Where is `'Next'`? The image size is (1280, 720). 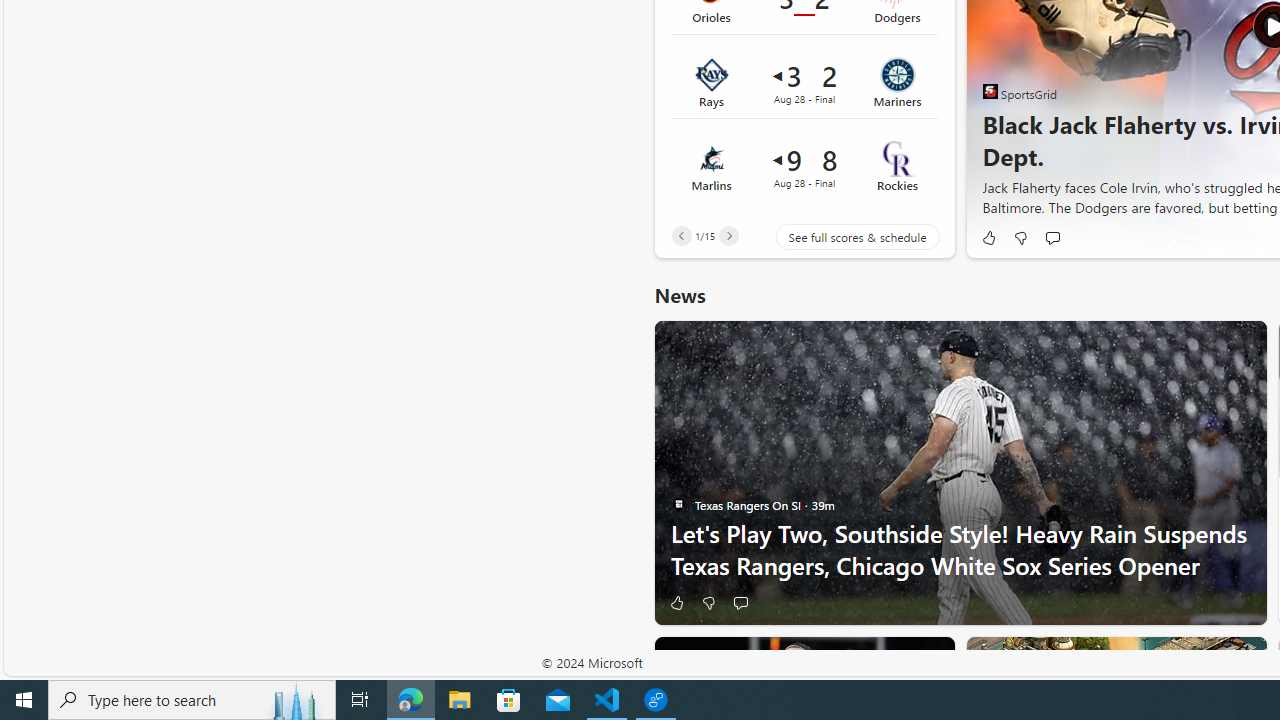 'Next' is located at coordinates (727, 235).